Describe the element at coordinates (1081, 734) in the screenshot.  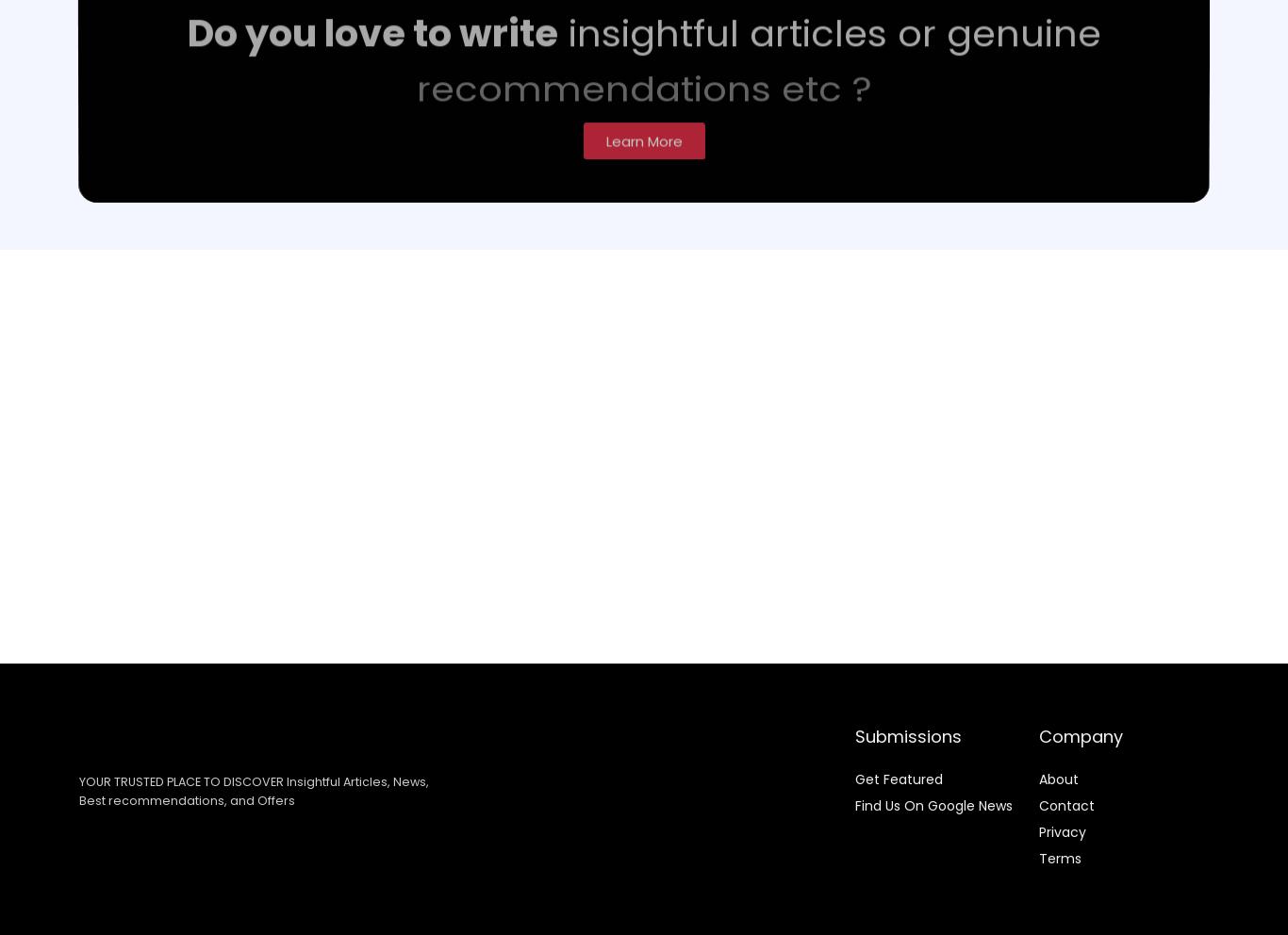
I see `'Company'` at that location.